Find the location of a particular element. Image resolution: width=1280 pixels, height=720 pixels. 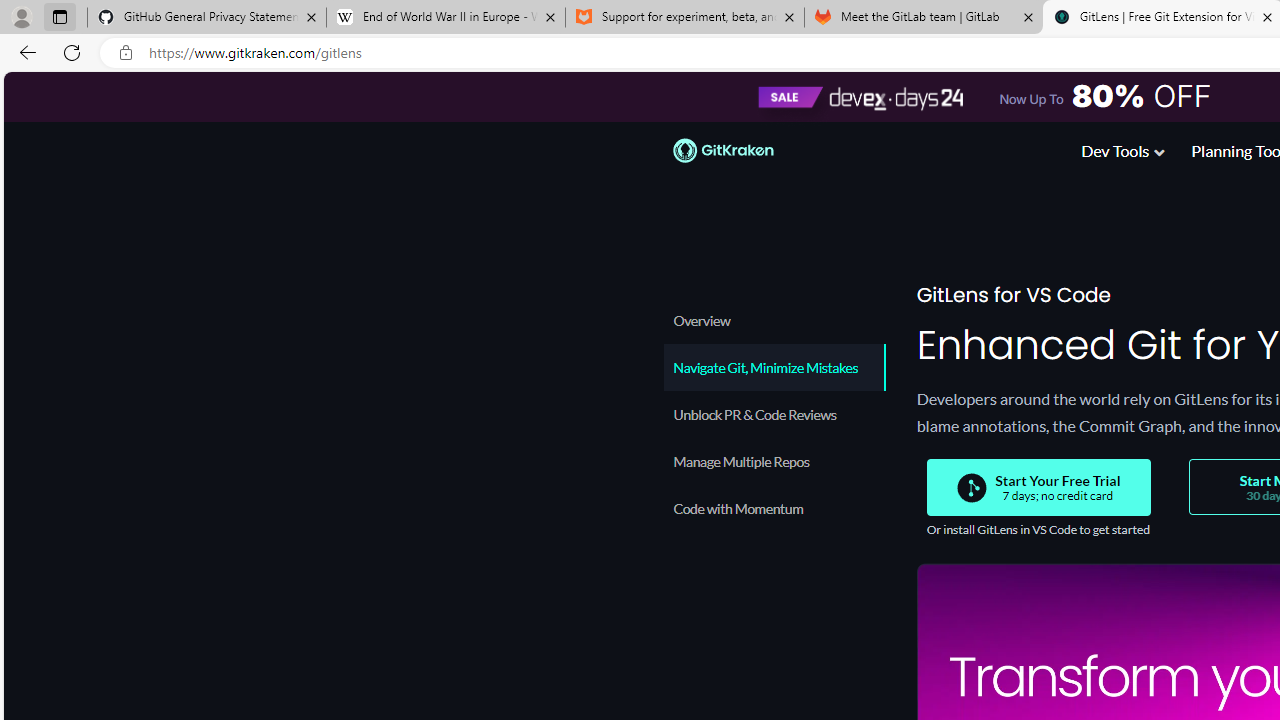

'Manage Multiple Repos' is located at coordinates (773, 461).